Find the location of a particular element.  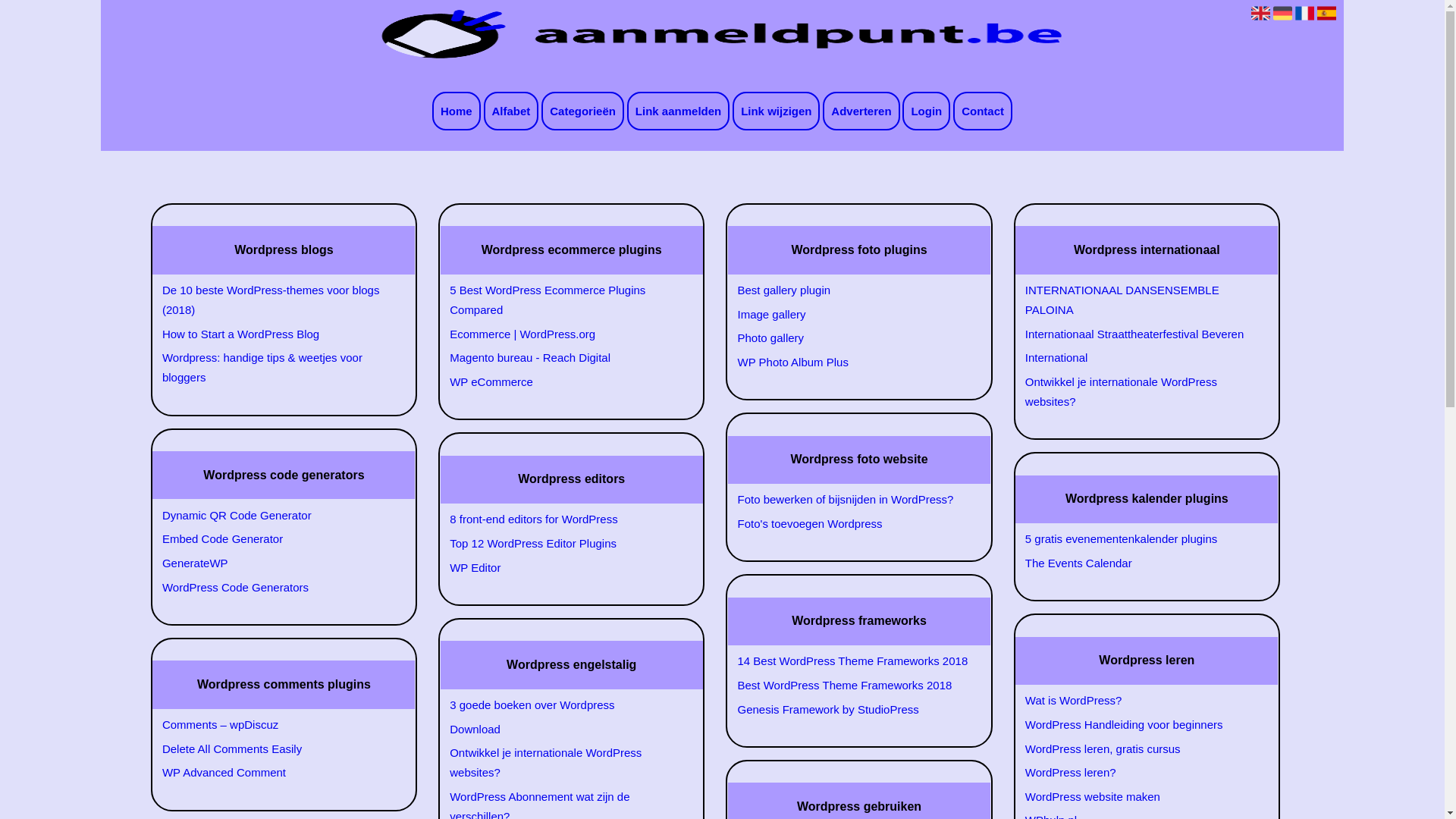

'Contact' is located at coordinates (983, 110).